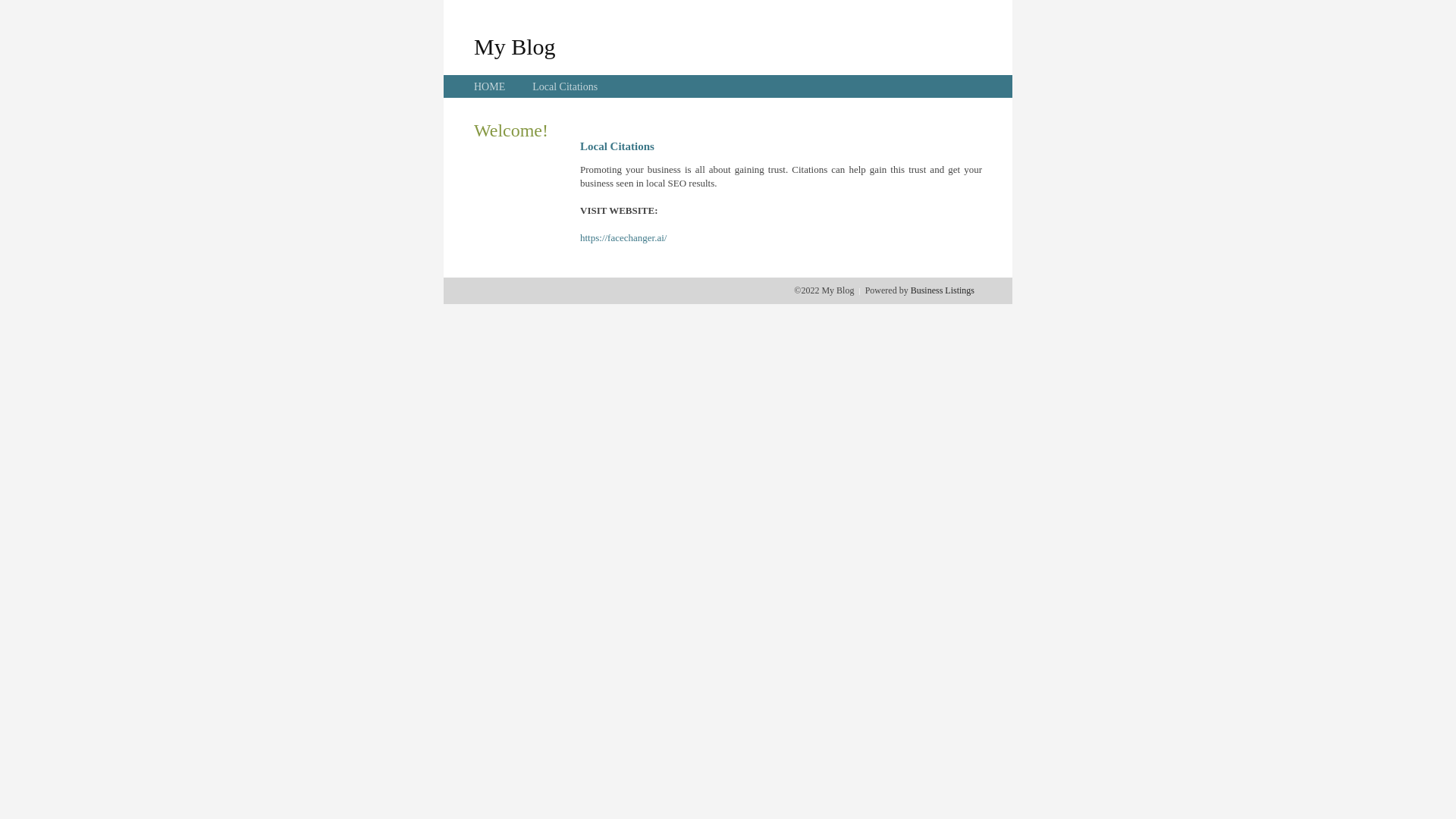 The height and width of the screenshot is (819, 1456). What do you see at coordinates (532, 86) in the screenshot?
I see `'Local Citations'` at bounding box center [532, 86].